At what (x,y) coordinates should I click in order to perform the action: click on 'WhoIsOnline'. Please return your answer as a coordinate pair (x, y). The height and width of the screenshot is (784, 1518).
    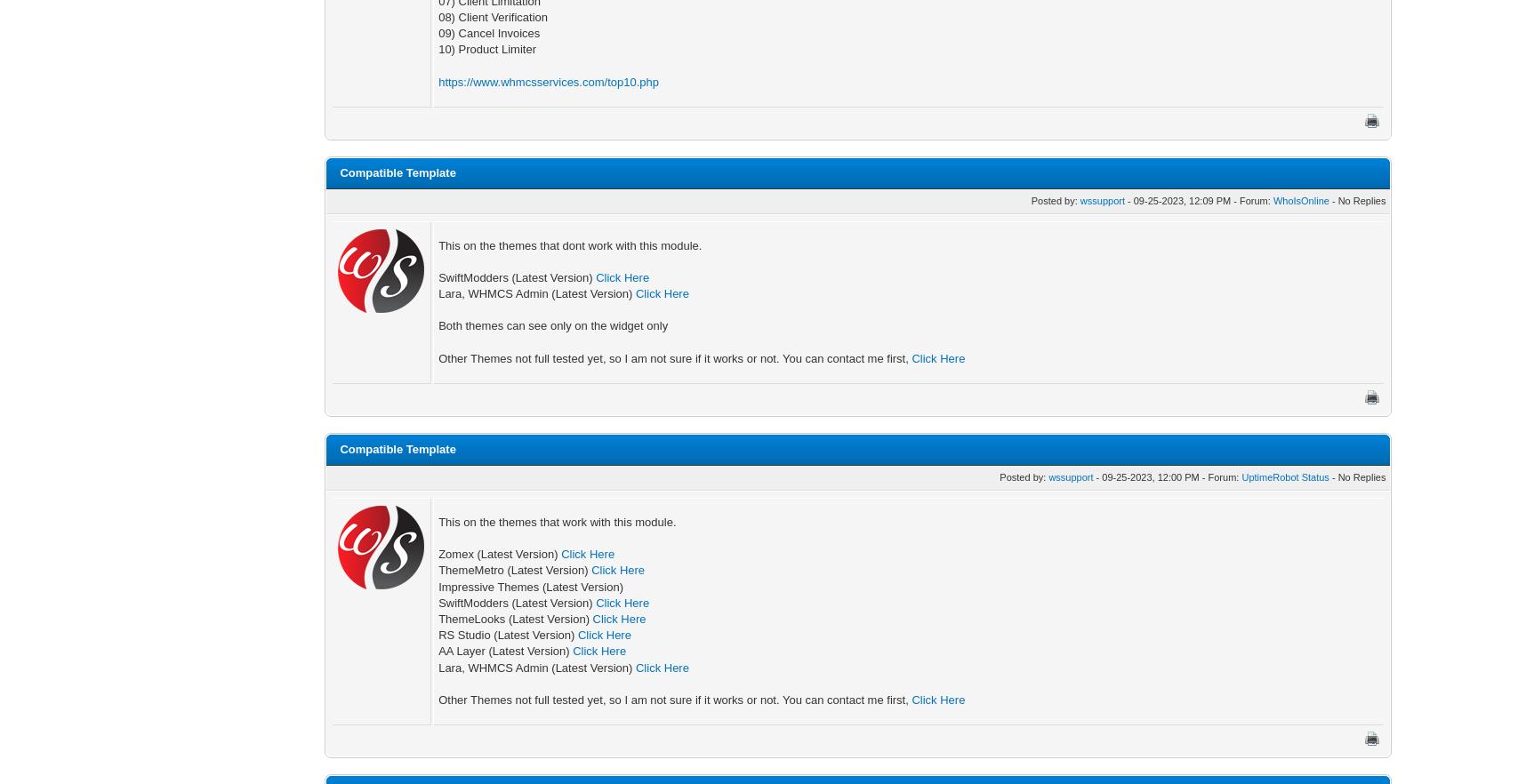
    Looking at the image, I should click on (1299, 199).